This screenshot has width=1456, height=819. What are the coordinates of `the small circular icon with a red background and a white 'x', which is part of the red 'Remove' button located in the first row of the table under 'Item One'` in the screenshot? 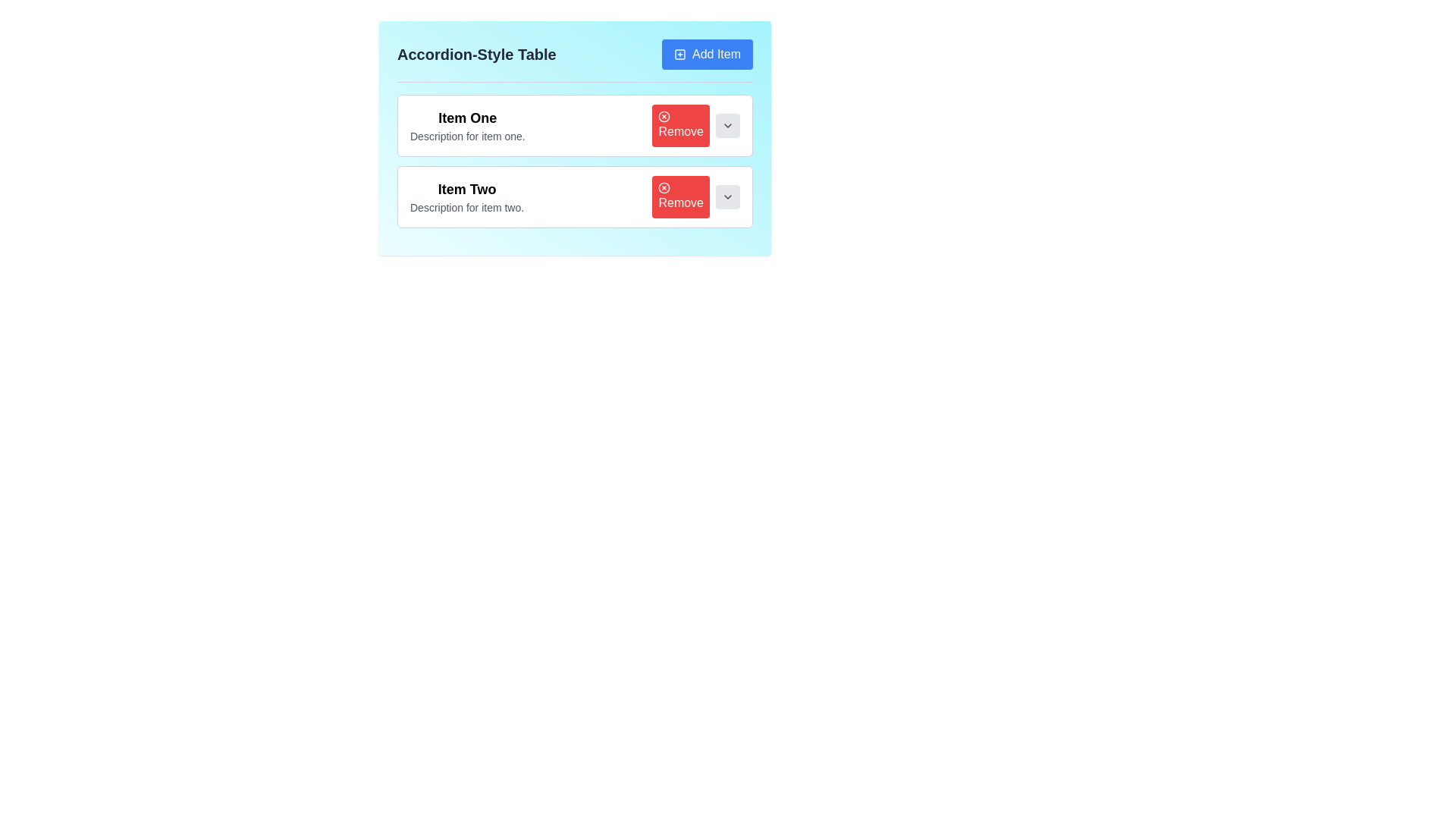 It's located at (664, 116).